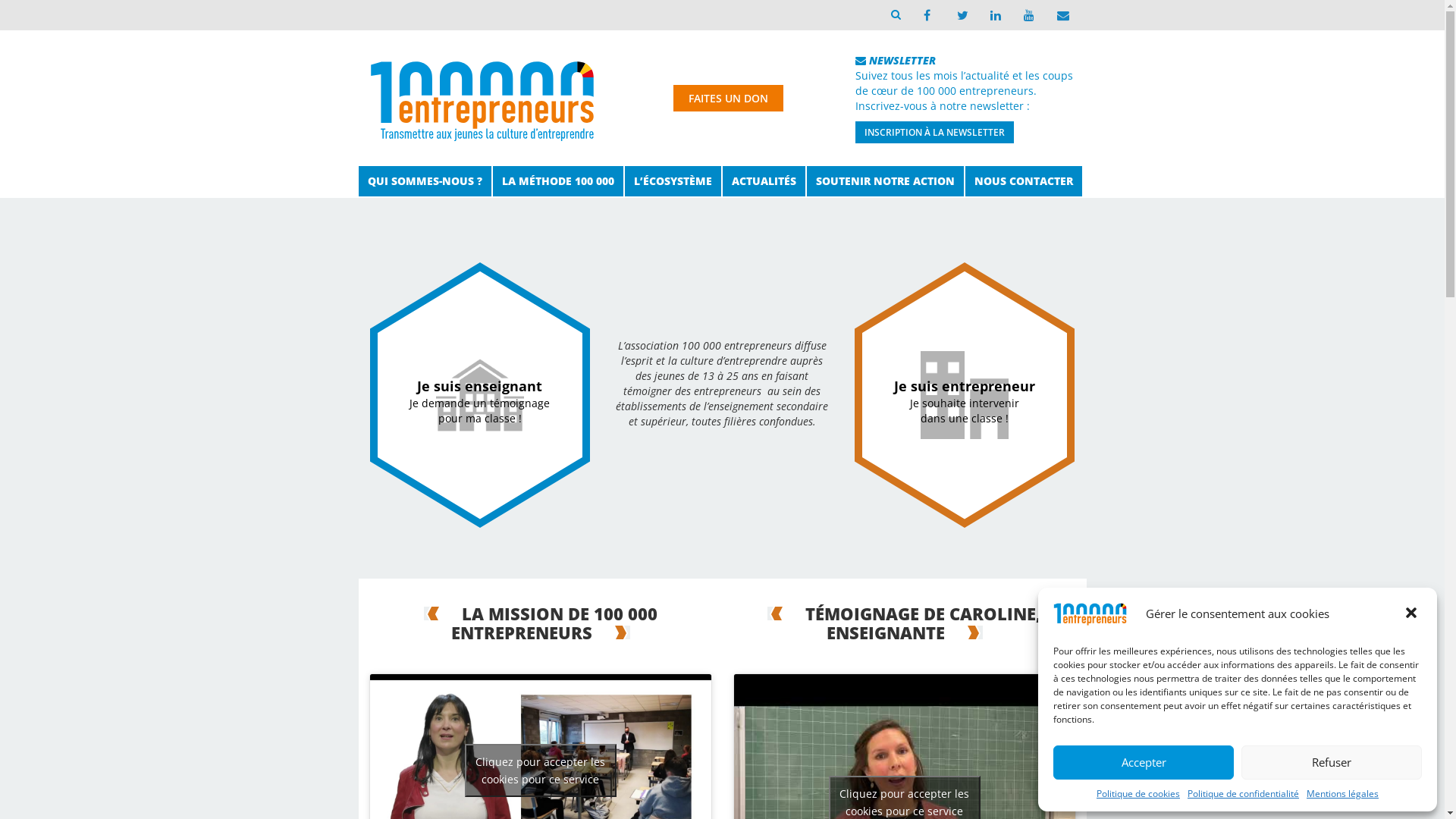  What do you see at coordinates (993, 14) in the screenshot?
I see `'LinkedIn'` at bounding box center [993, 14].